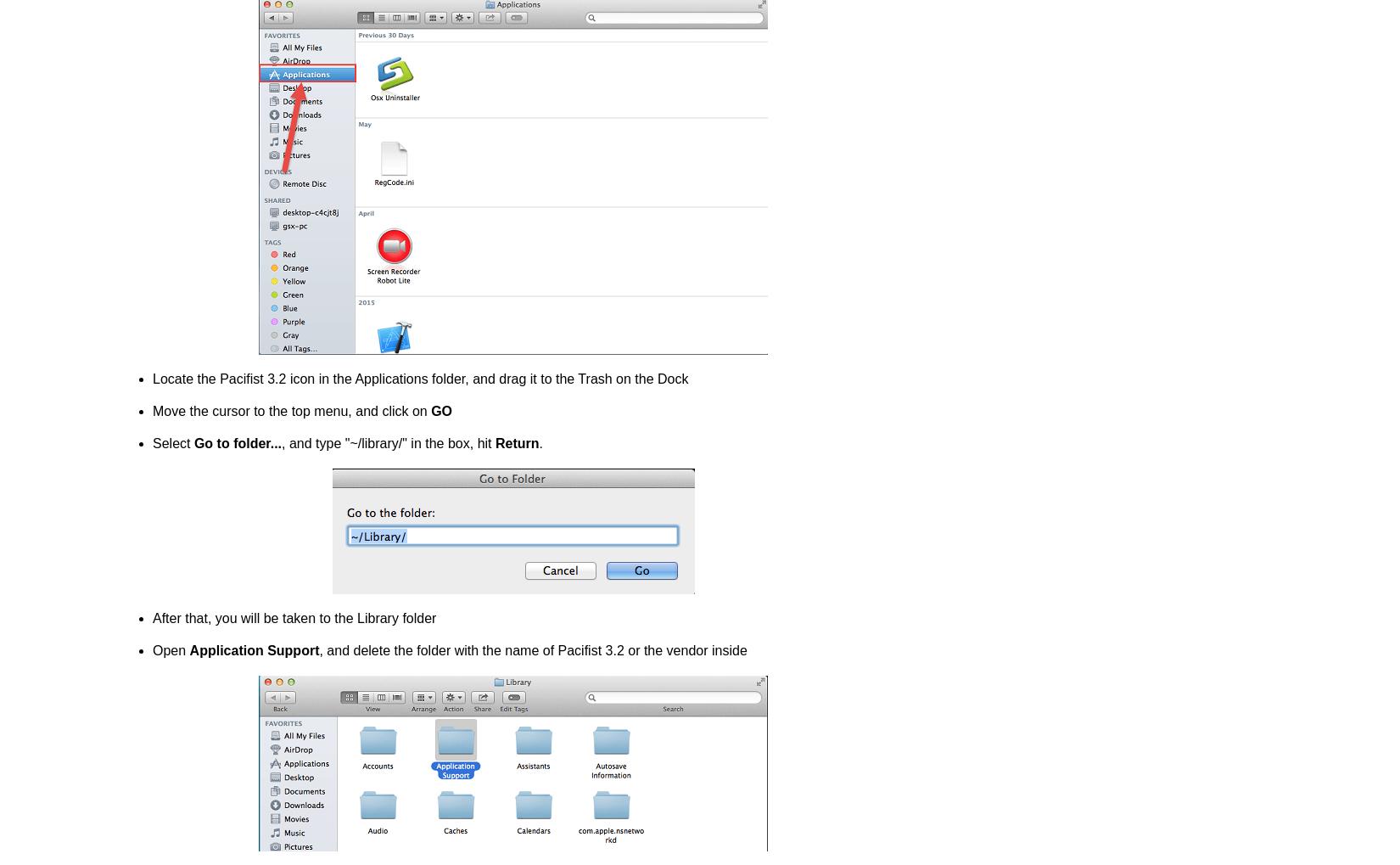 This screenshot has height=865, width=1400. I want to click on 'Select', so click(172, 443).